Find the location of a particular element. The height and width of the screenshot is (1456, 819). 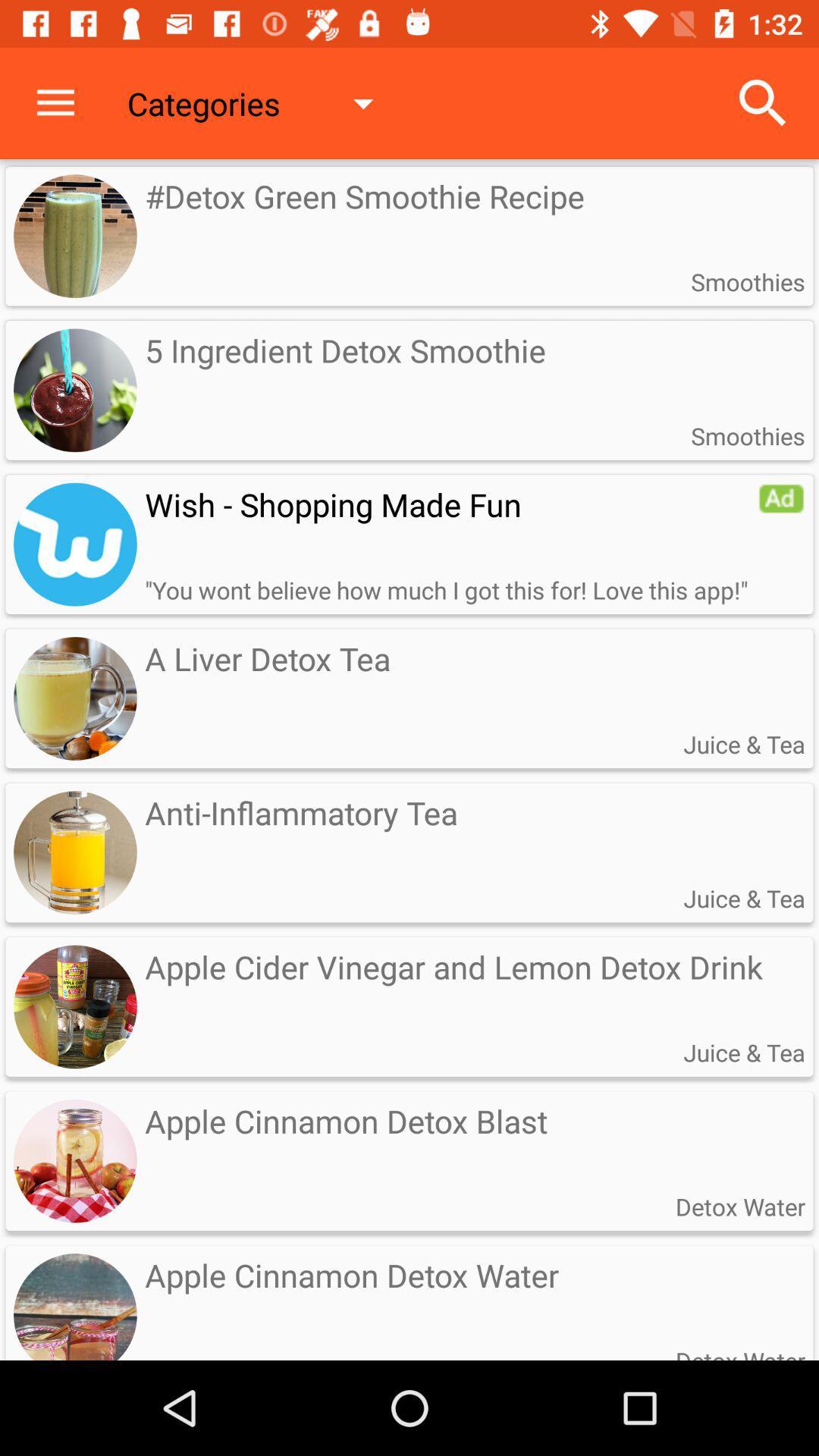

this is an advertisement is located at coordinates (781, 498).